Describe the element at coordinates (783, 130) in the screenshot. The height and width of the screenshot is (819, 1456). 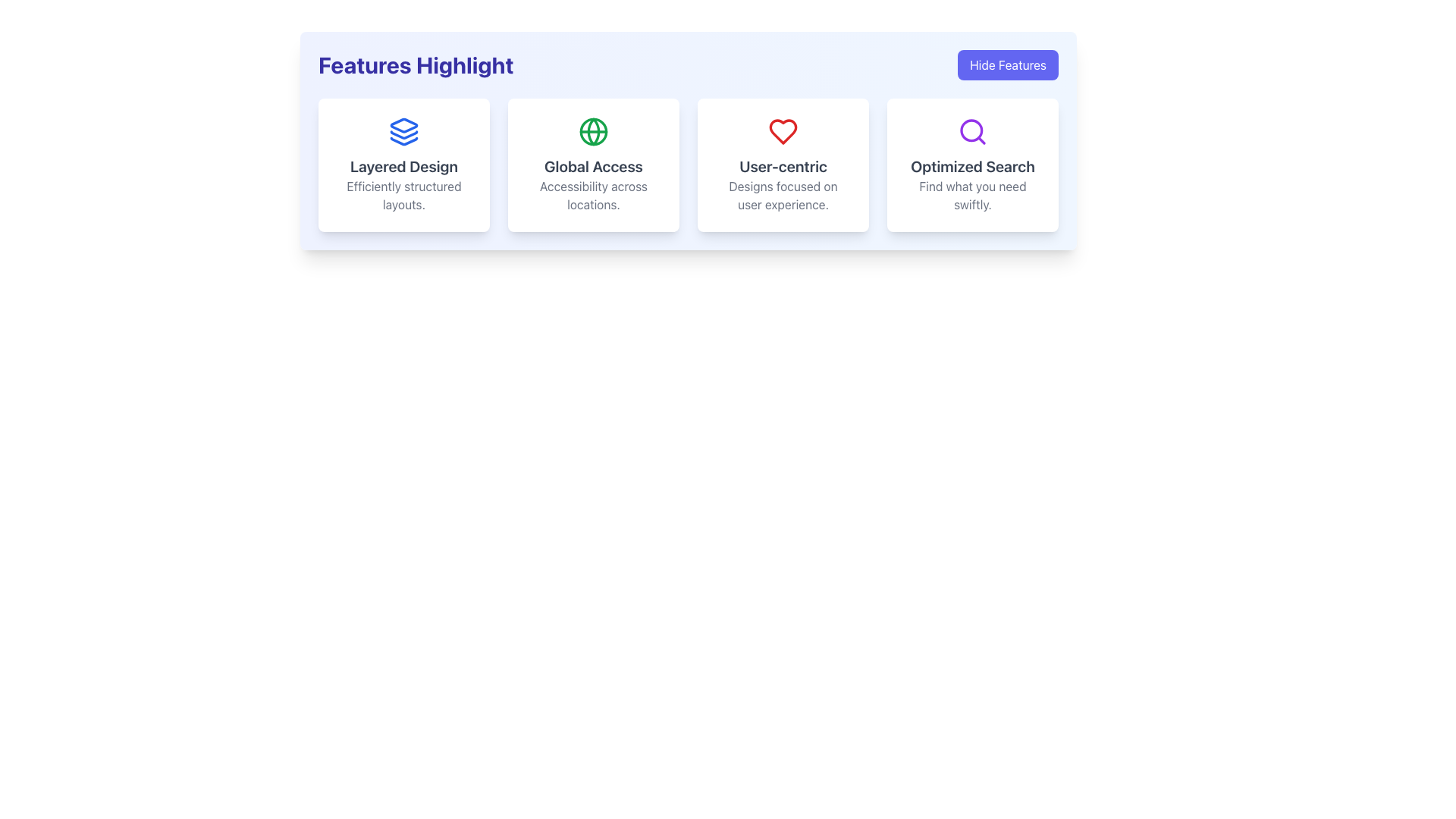
I see `the central part of the heart icon representing the 'User-centric' feature in the third card of the horizontal row of feature cards` at that location.